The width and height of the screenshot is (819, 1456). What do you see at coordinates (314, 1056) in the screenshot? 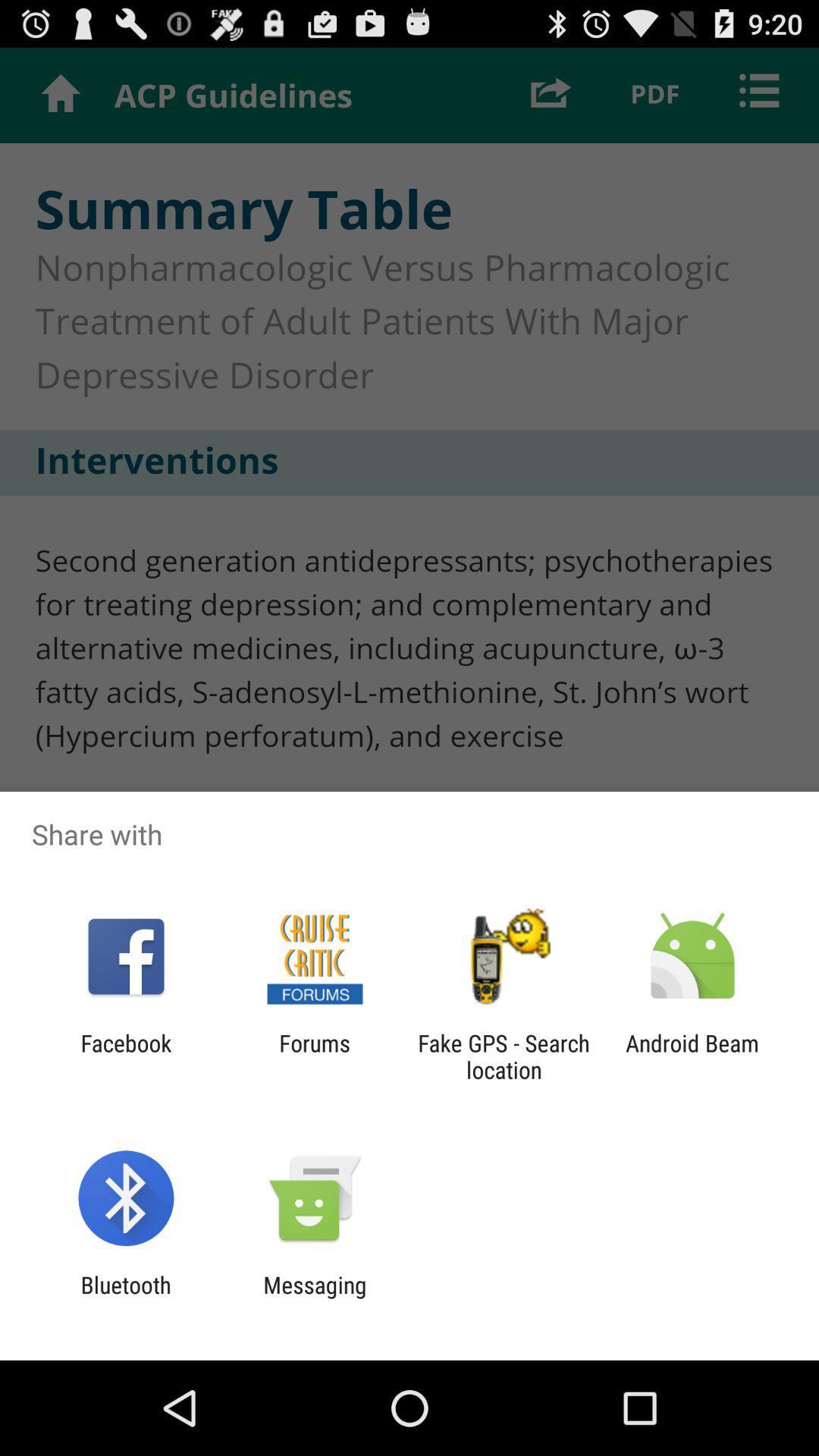
I see `app to the right of the facebook item` at bounding box center [314, 1056].